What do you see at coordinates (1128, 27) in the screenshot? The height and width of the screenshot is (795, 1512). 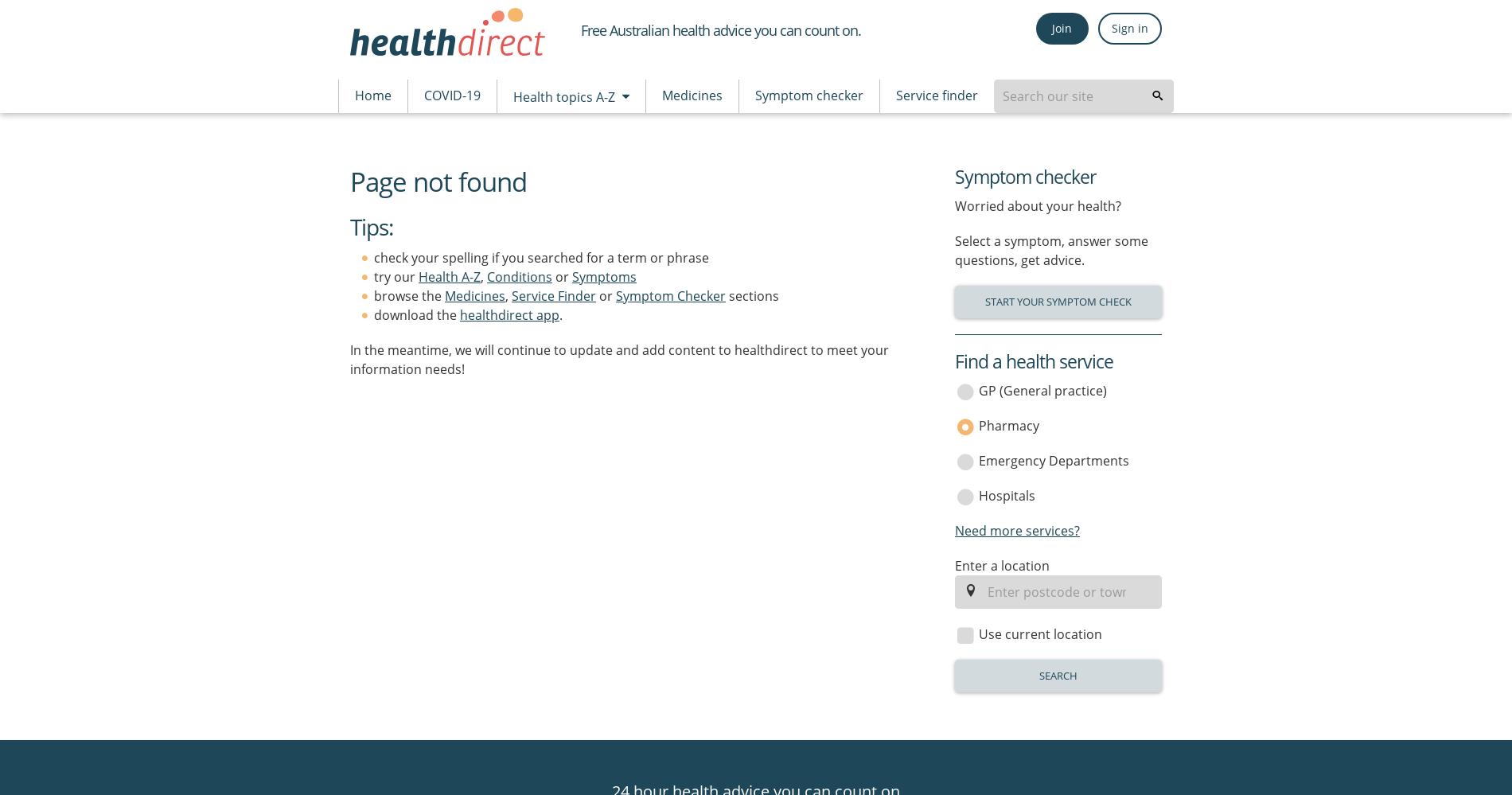 I see `'Sign in'` at bounding box center [1128, 27].